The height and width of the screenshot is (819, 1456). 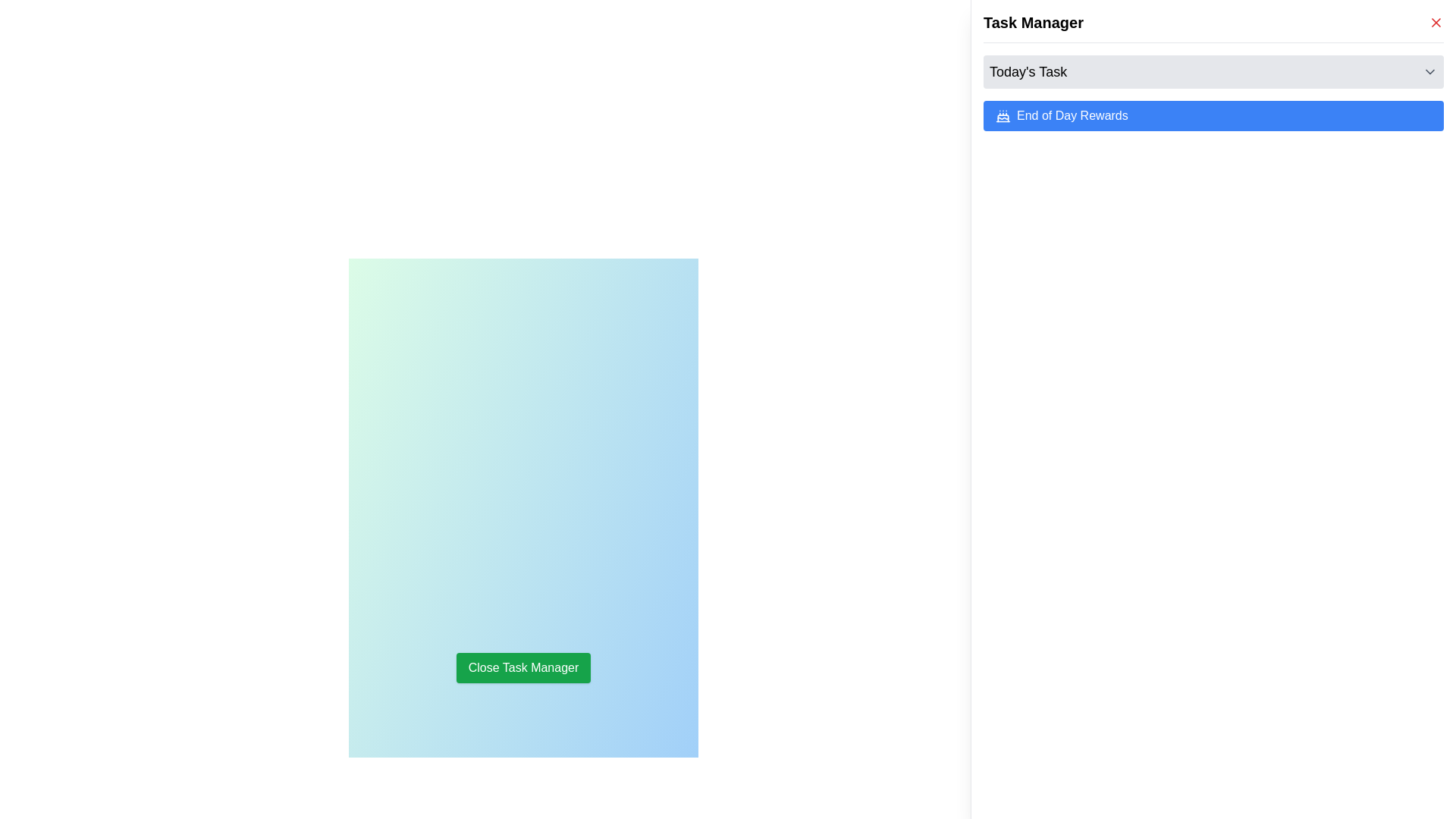 What do you see at coordinates (1003, 115) in the screenshot?
I see `the decorative icon representing the 'End of Day Rewards' feature located on the left side of the blue button labeled 'End of Day Rewards'` at bounding box center [1003, 115].